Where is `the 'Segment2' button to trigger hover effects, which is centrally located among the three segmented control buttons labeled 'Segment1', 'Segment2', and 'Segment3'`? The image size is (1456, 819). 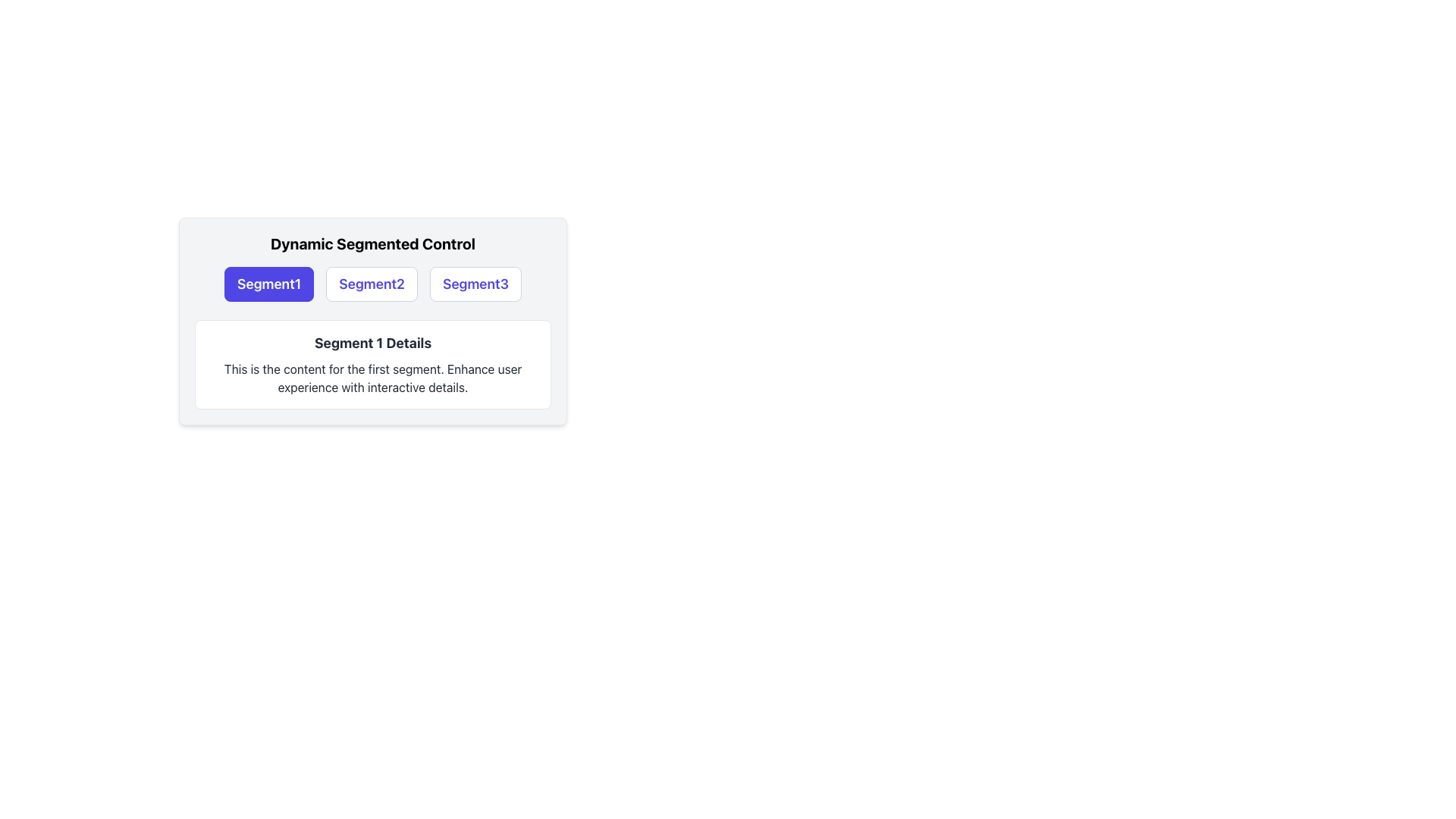 the 'Segment2' button to trigger hover effects, which is centrally located among the three segmented control buttons labeled 'Segment1', 'Segment2', and 'Segment3' is located at coordinates (372, 284).